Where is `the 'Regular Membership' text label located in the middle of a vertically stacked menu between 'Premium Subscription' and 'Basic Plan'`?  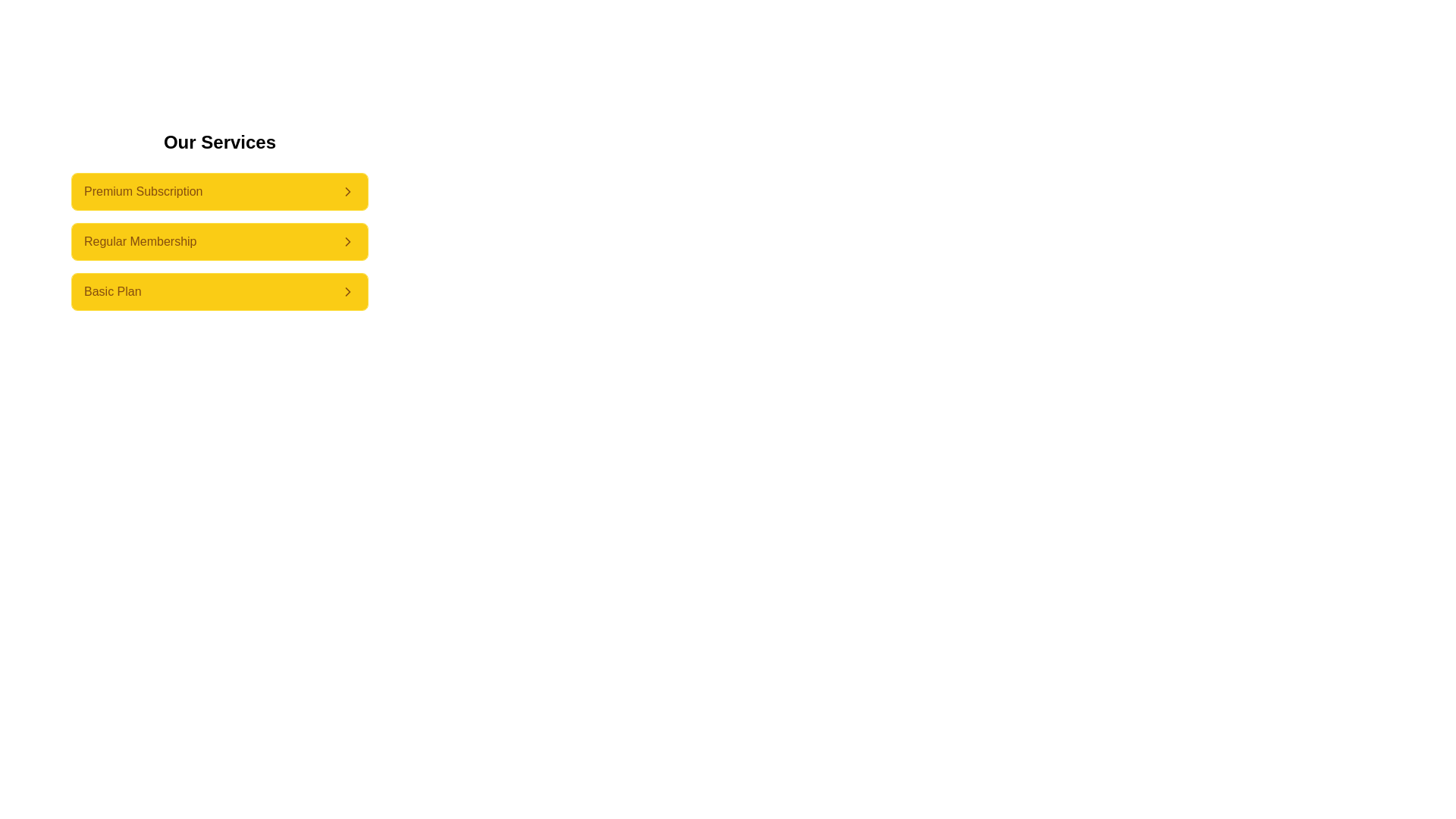 the 'Regular Membership' text label located in the middle of a vertically stacked menu between 'Premium Subscription' and 'Basic Plan' is located at coordinates (140, 241).